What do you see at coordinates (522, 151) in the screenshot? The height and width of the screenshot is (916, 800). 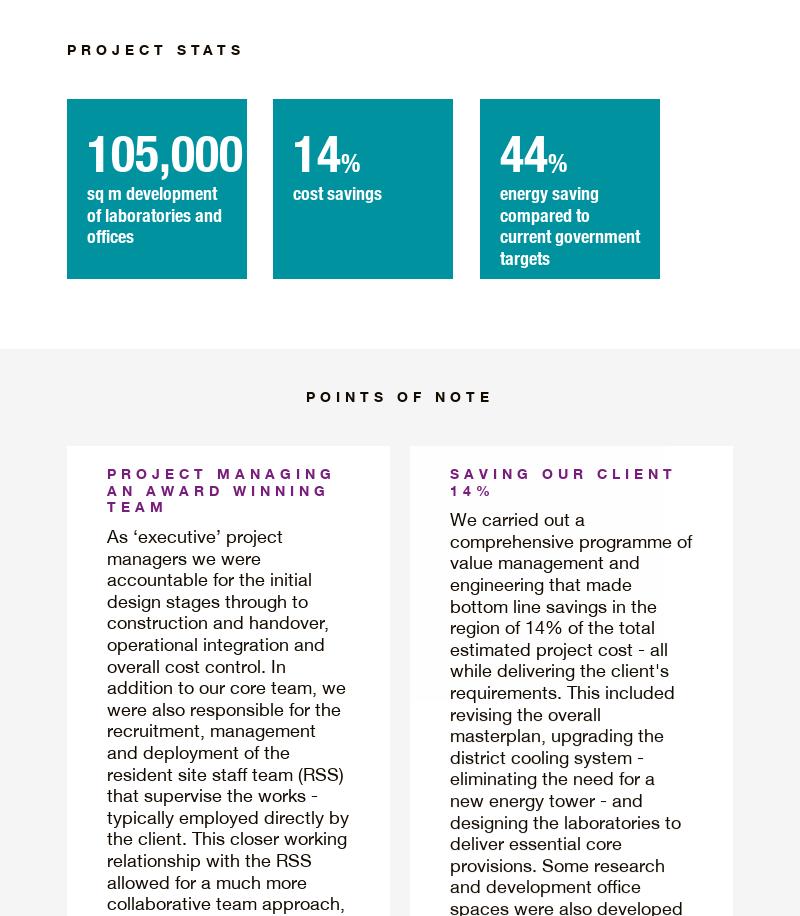 I see `'44'` at bounding box center [522, 151].